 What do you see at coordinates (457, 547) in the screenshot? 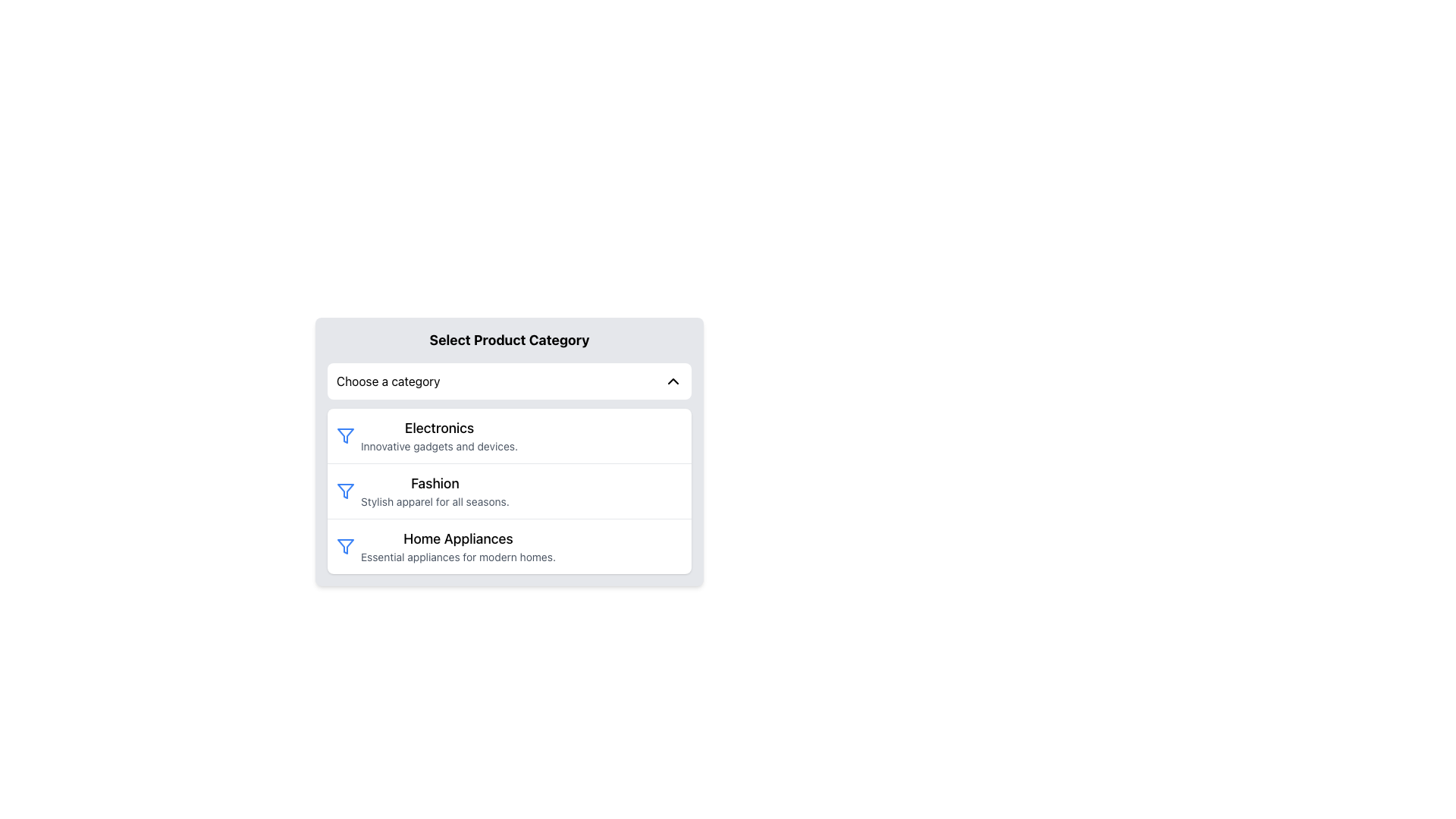
I see `the 'Home Appliances' option item in the category selection interface` at bounding box center [457, 547].